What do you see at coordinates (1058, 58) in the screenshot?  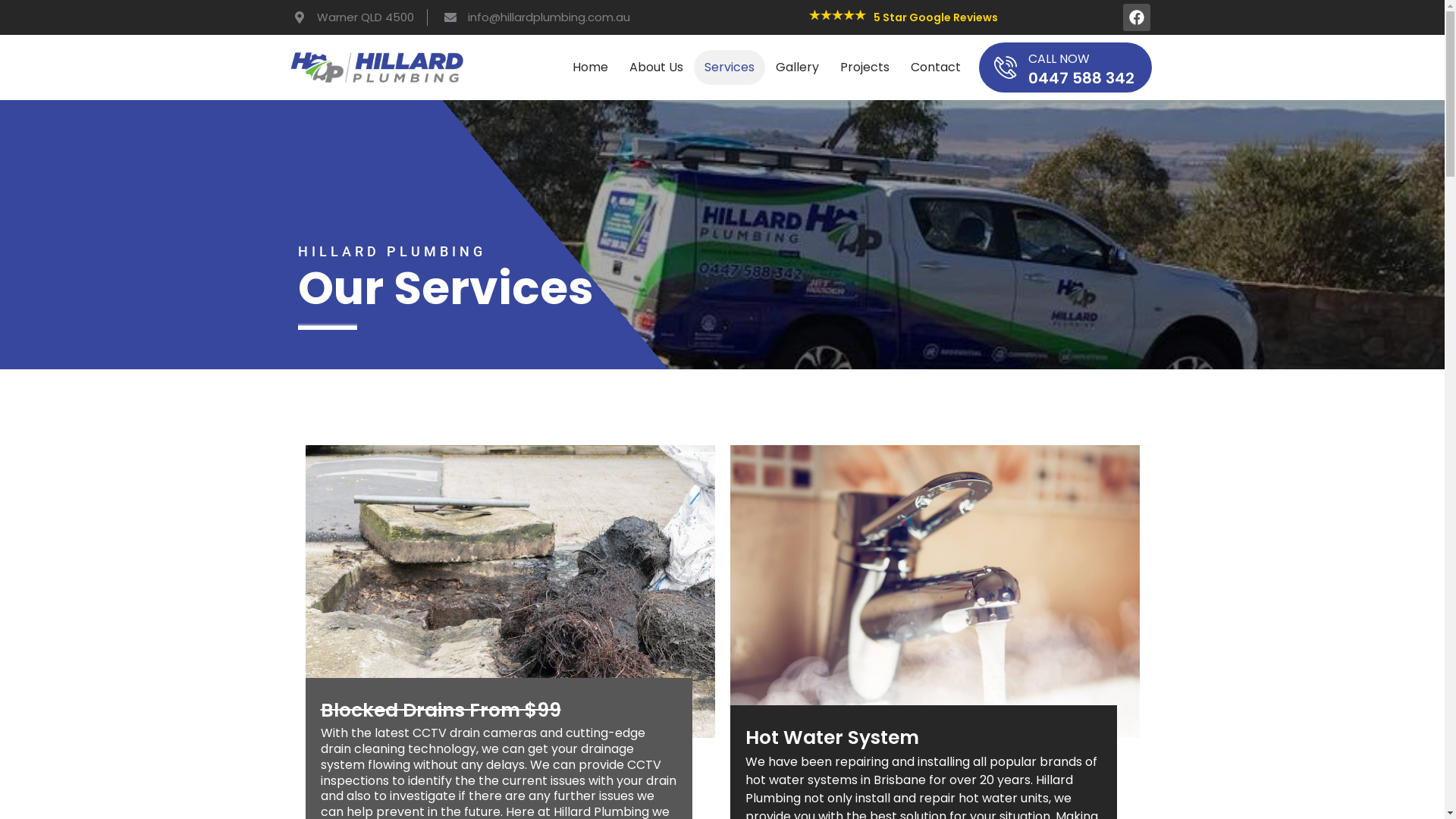 I see `'CALL NOW'` at bounding box center [1058, 58].